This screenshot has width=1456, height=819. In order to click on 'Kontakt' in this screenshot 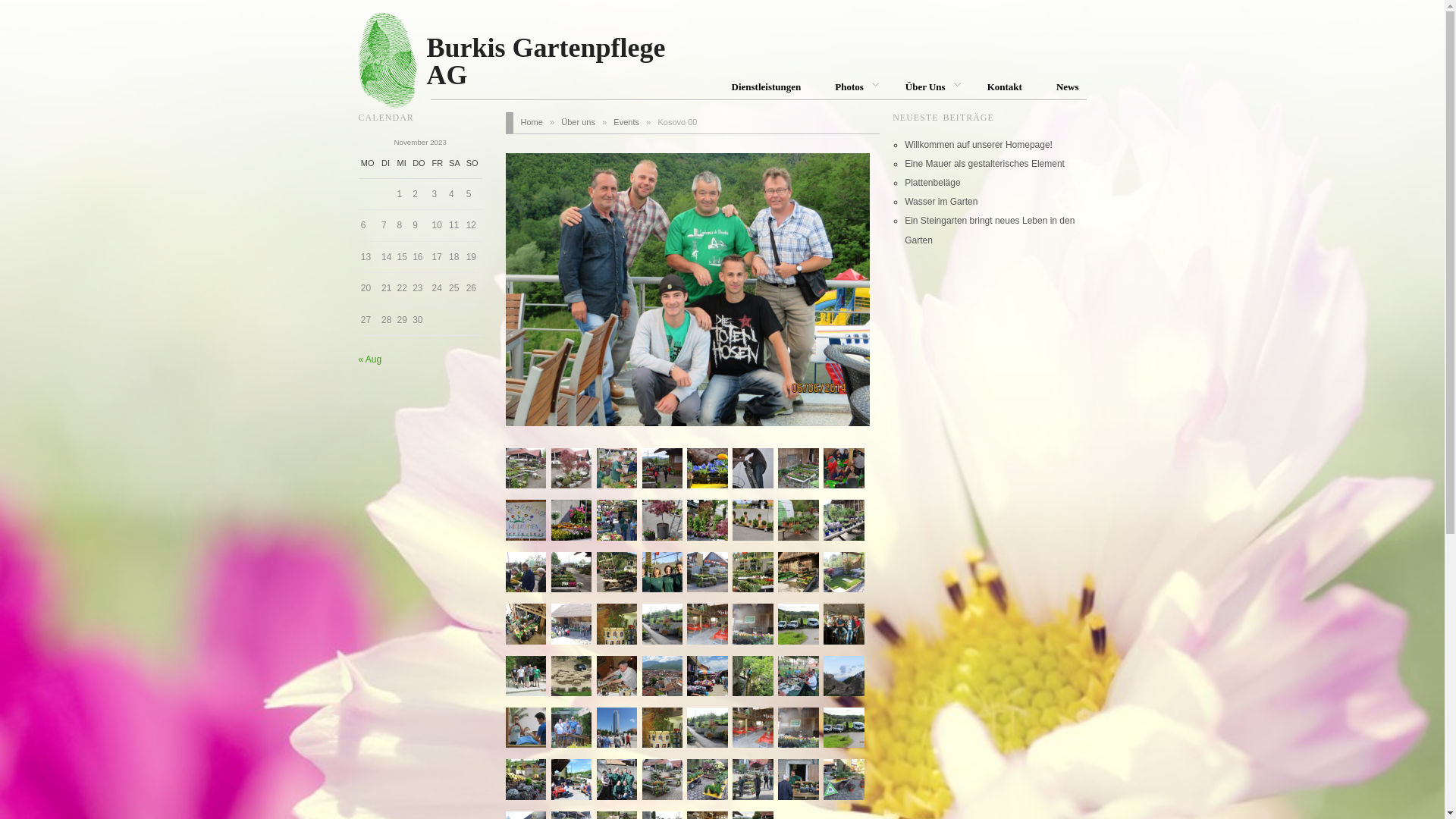, I will do `click(1004, 86)`.